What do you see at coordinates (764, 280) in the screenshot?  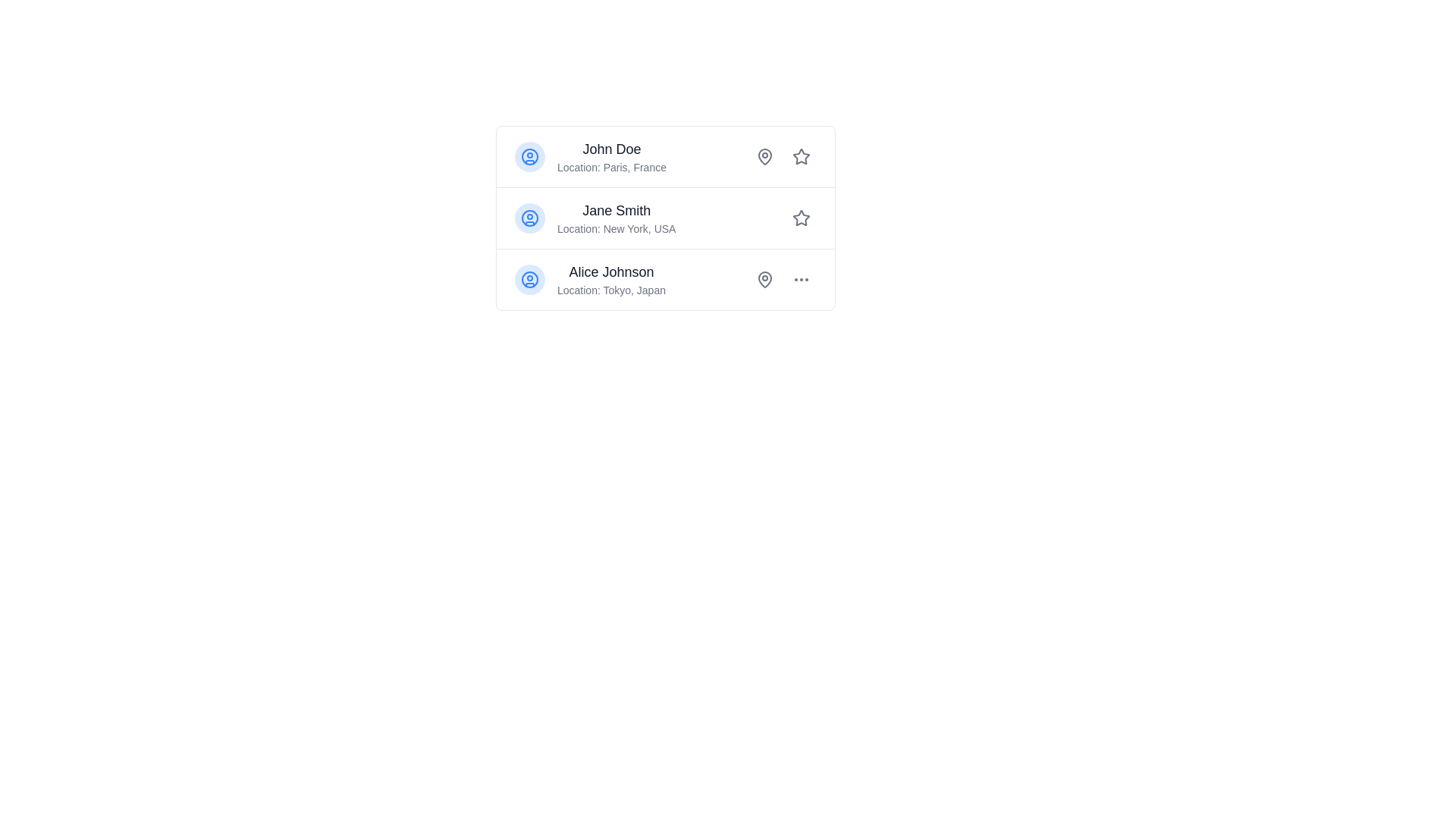 I see `the map pin icon located to the right of 'Alice Johnson' and beneath 'Jane Smith'` at bounding box center [764, 280].